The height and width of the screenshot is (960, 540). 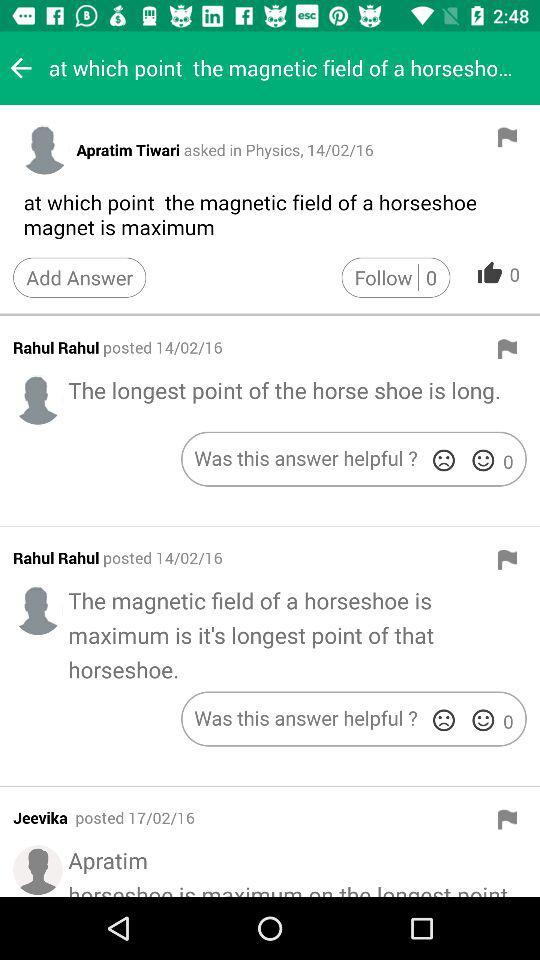 What do you see at coordinates (443, 460) in the screenshot?
I see `downvote answer` at bounding box center [443, 460].